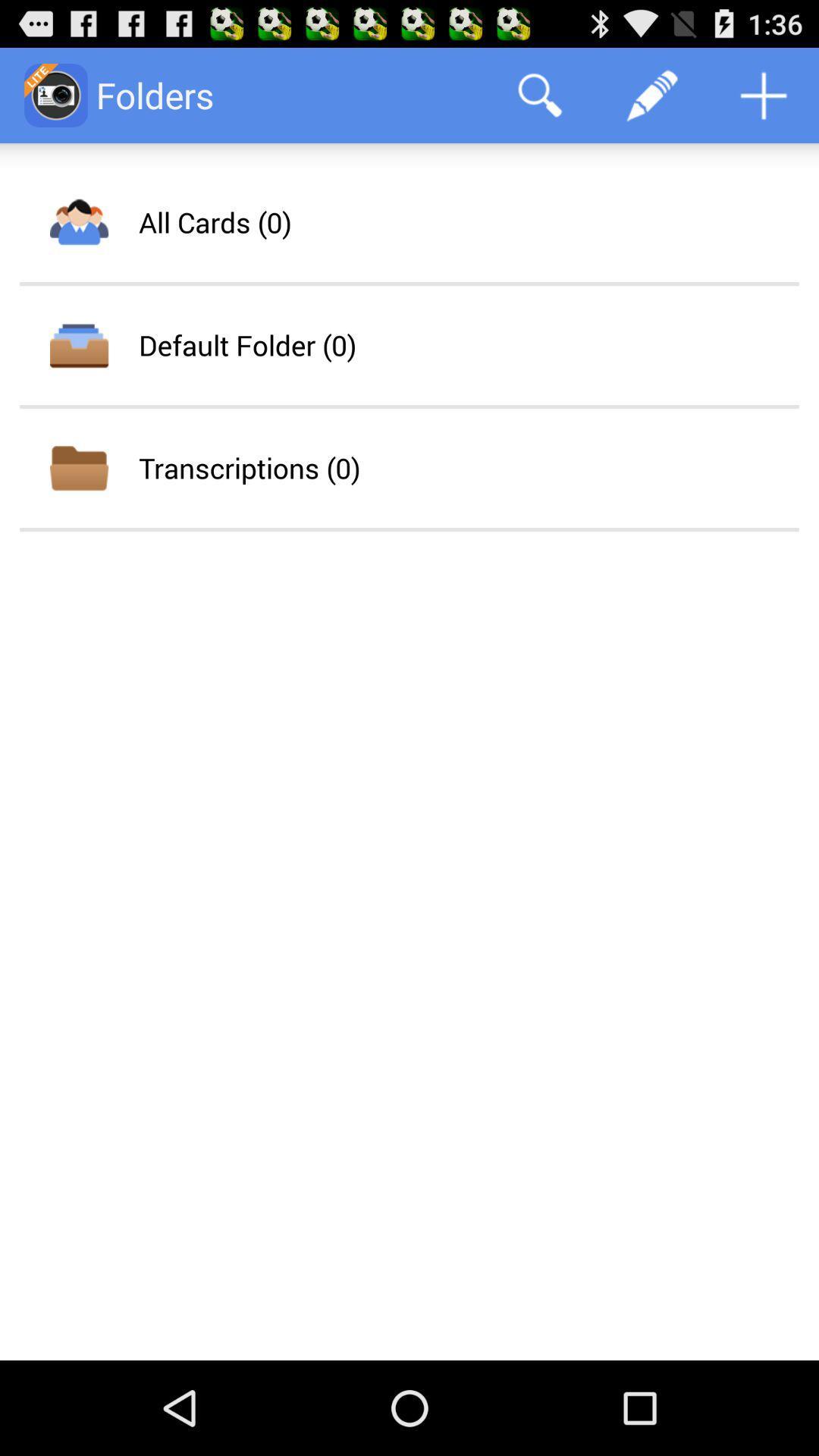 Image resolution: width=819 pixels, height=1456 pixels. I want to click on transcriptions (0) item, so click(249, 467).